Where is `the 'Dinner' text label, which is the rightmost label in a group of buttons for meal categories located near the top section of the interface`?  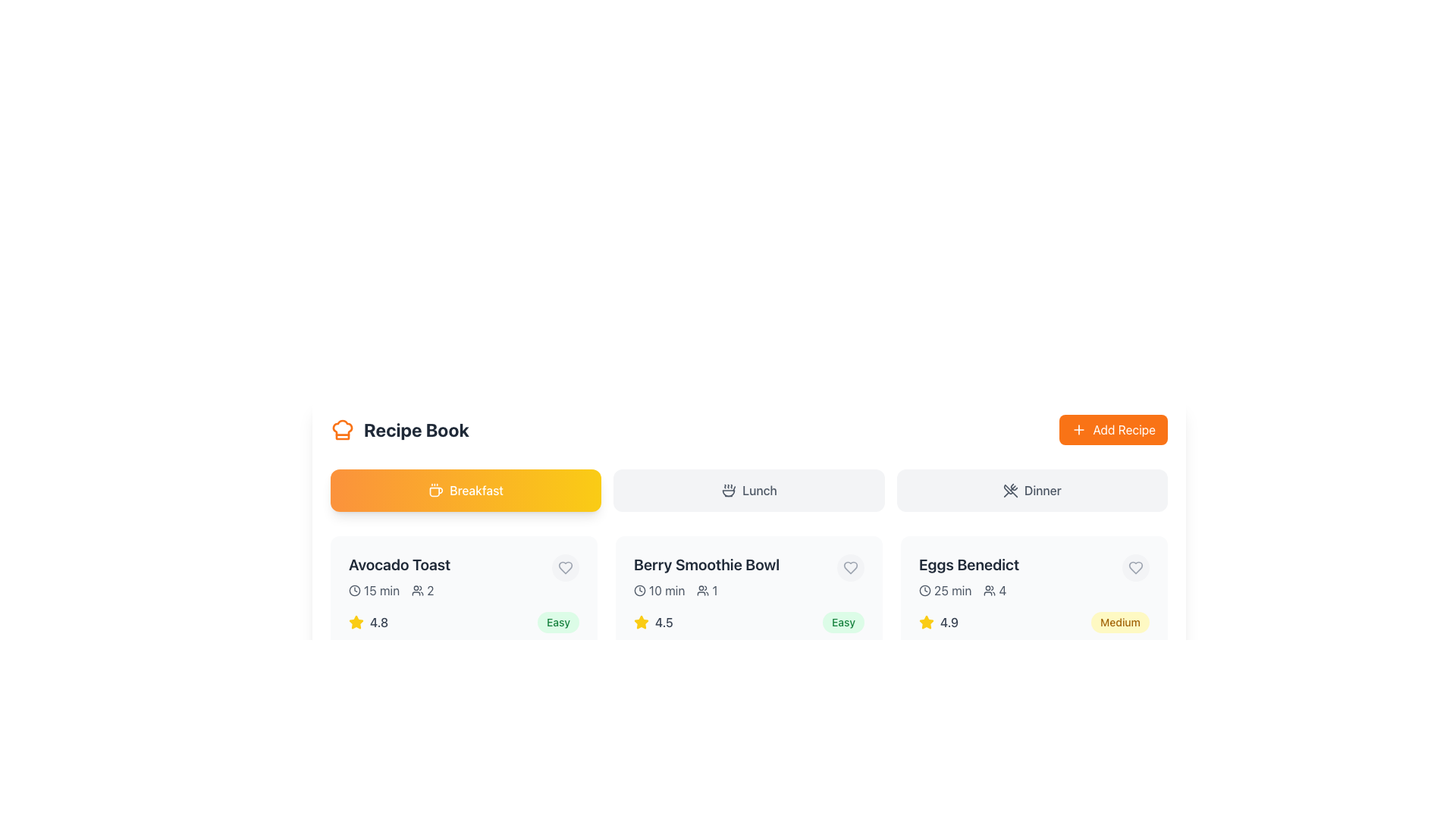
the 'Dinner' text label, which is the rightmost label in a group of buttons for meal categories located near the top section of the interface is located at coordinates (1042, 491).